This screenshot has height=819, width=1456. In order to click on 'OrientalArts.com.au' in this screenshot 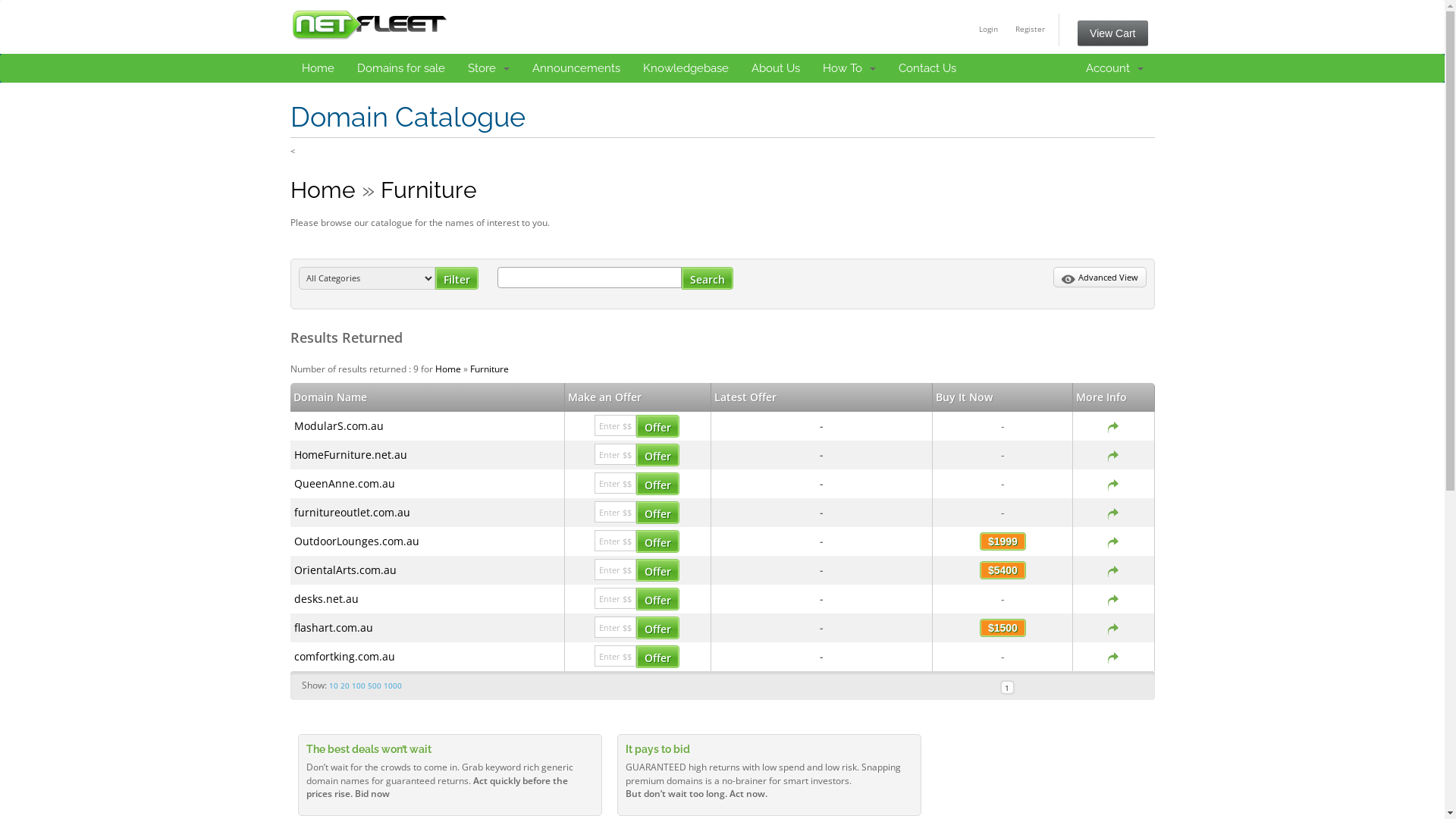, I will do `click(294, 570)`.